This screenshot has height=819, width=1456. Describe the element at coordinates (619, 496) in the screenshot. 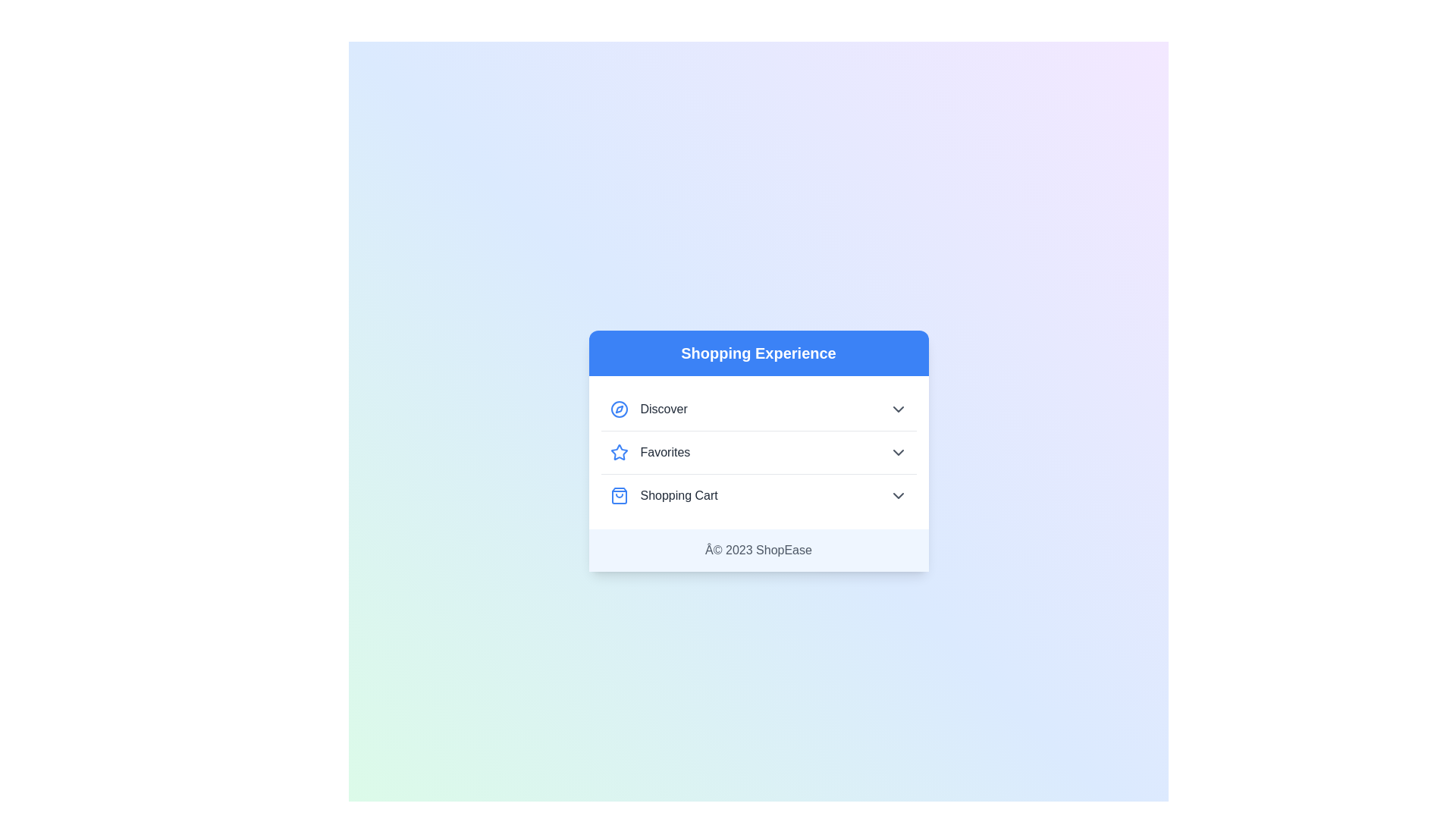

I see `the icon next to the category Shopping Cart` at that location.